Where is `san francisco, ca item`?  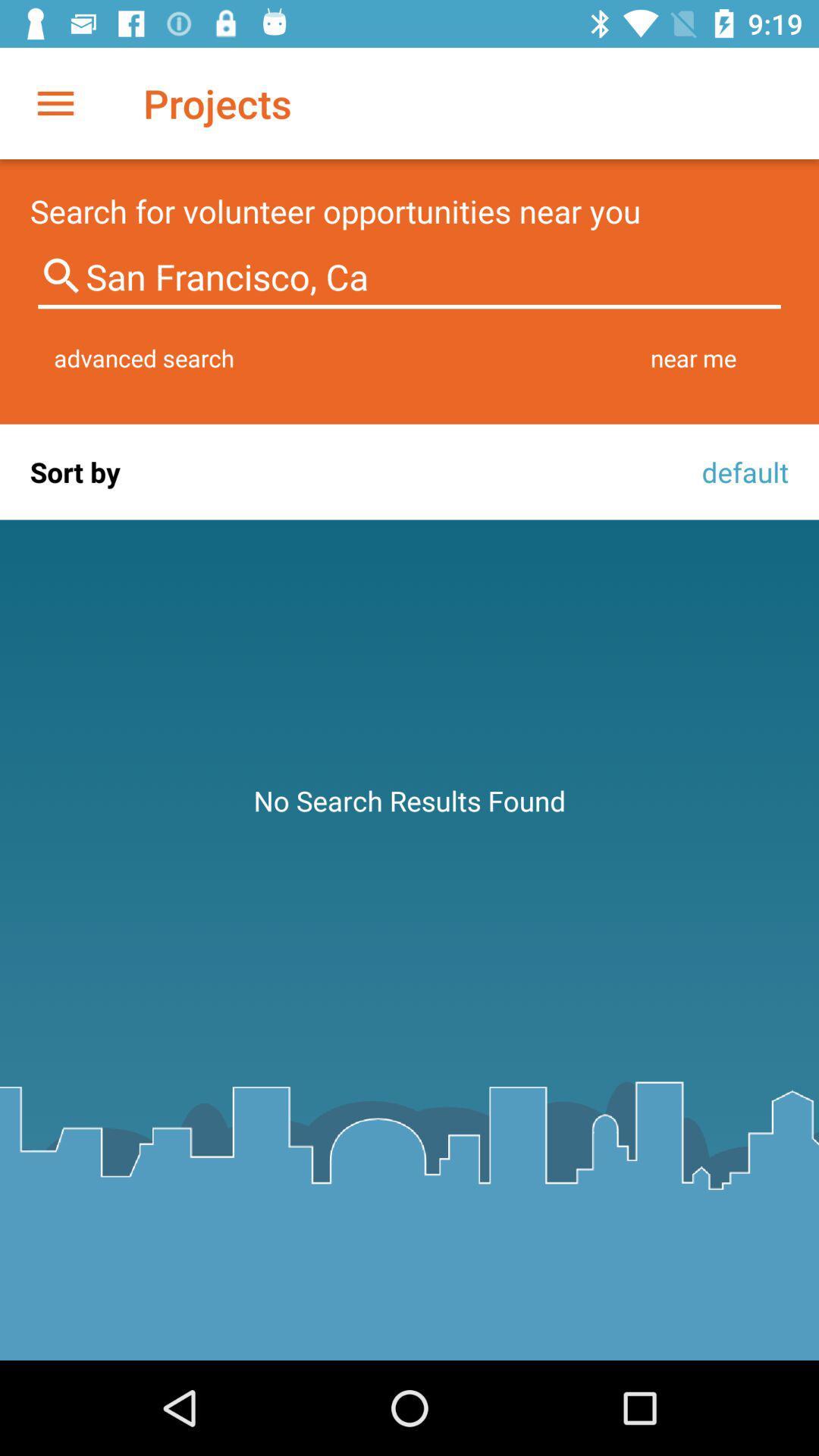
san francisco, ca item is located at coordinates (409, 277).